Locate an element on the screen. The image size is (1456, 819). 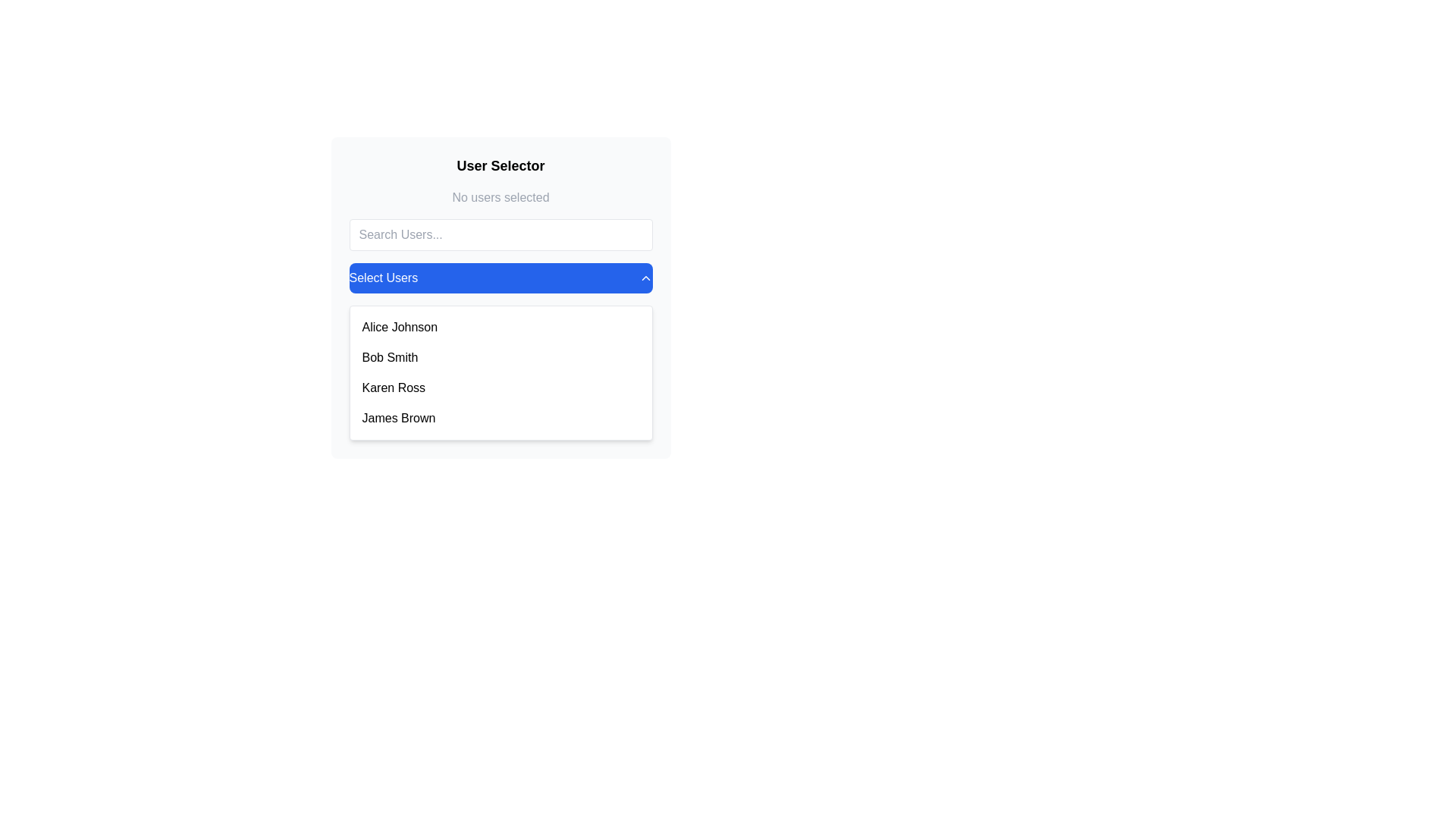
the text label 'Bob Smith', which is the second entry in the list of names under the header 'Select Users' is located at coordinates (390, 357).